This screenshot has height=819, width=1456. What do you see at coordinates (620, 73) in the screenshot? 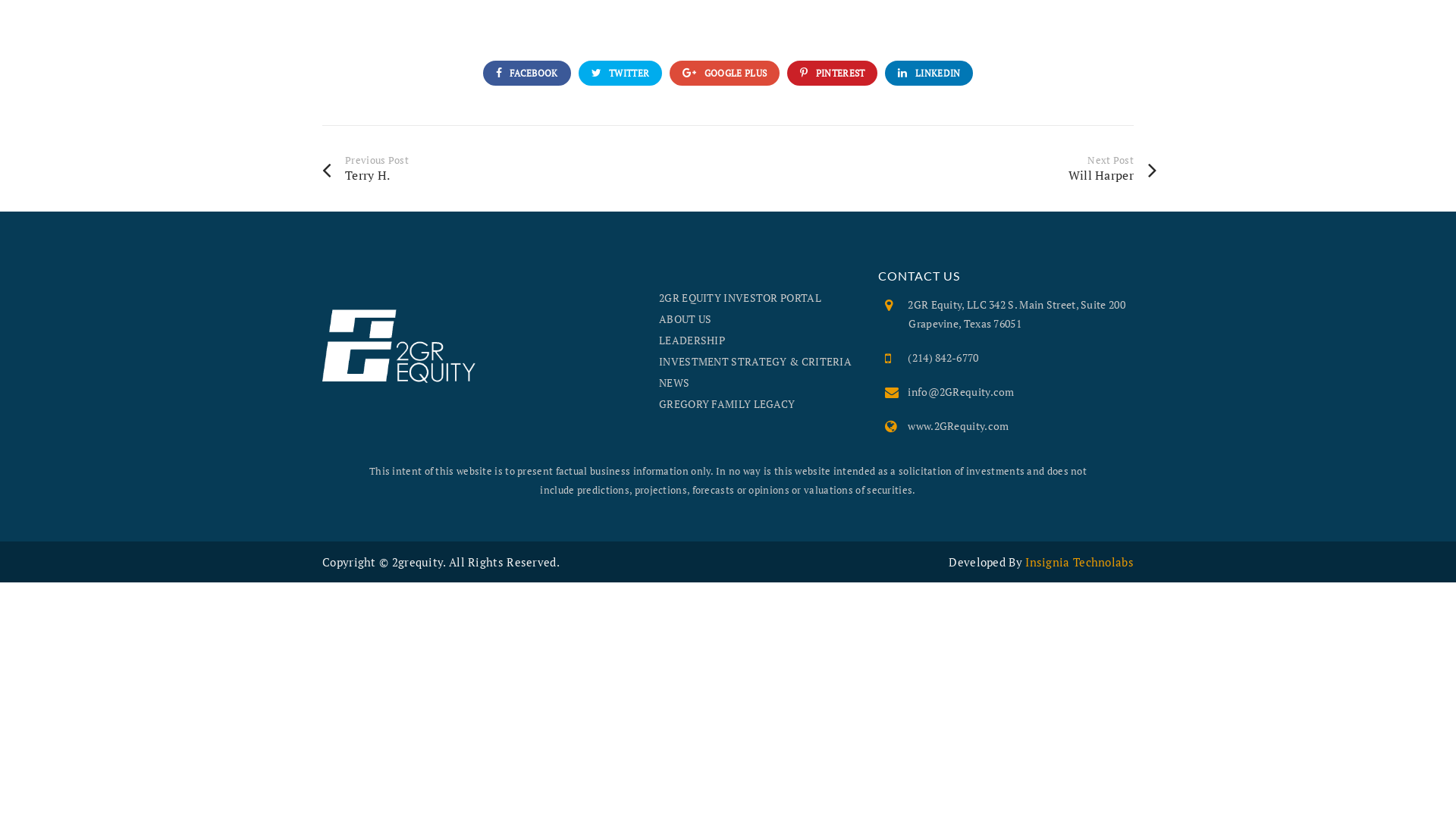
I see `'TWITTER'` at bounding box center [620, 73].